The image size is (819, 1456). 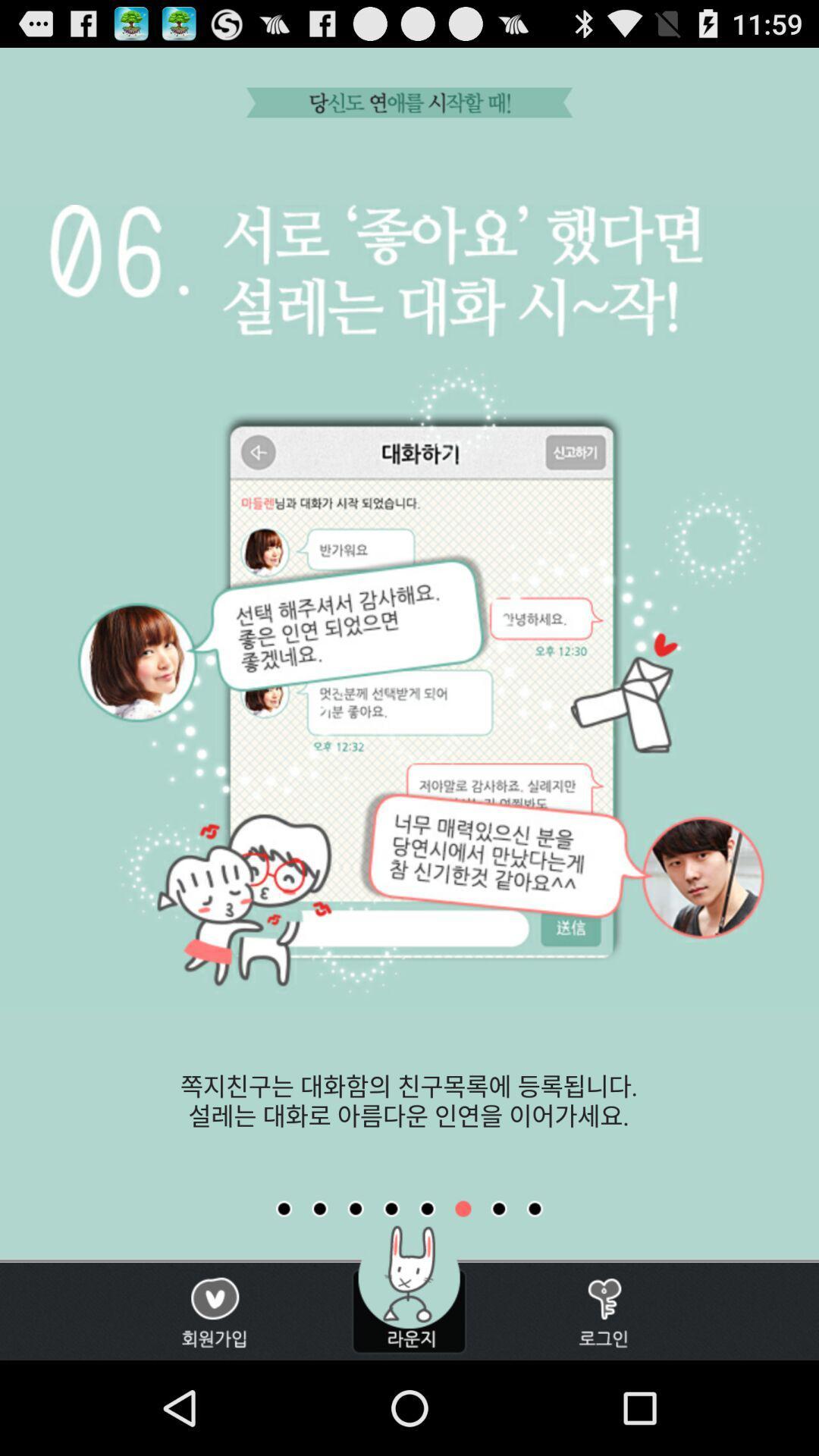 I want to click on first slide, so click(x=284, y=1208).